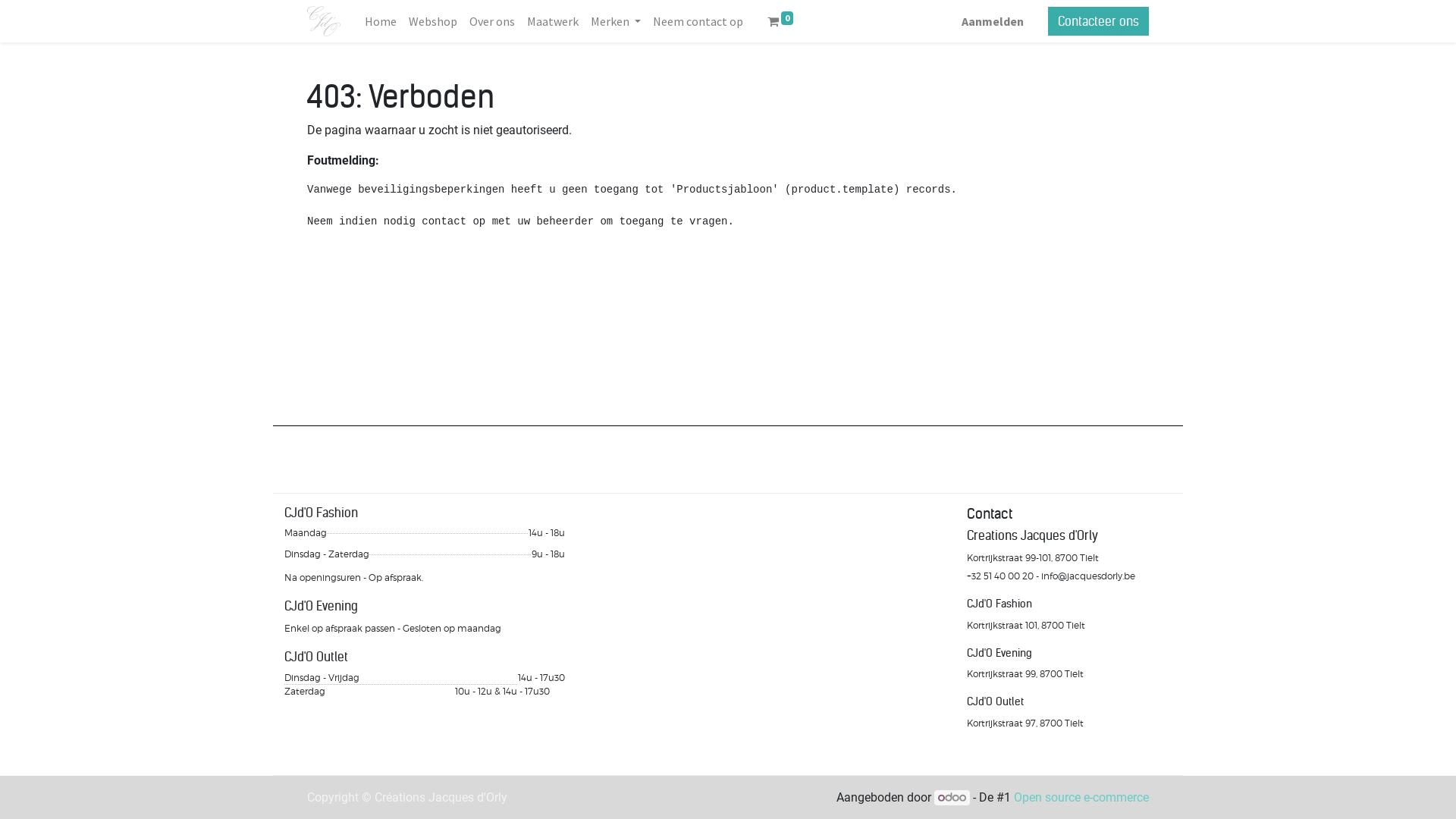 The height and width of the screenshot is (819, 1456). I want to click on 'Over ons', so click(491, 20).